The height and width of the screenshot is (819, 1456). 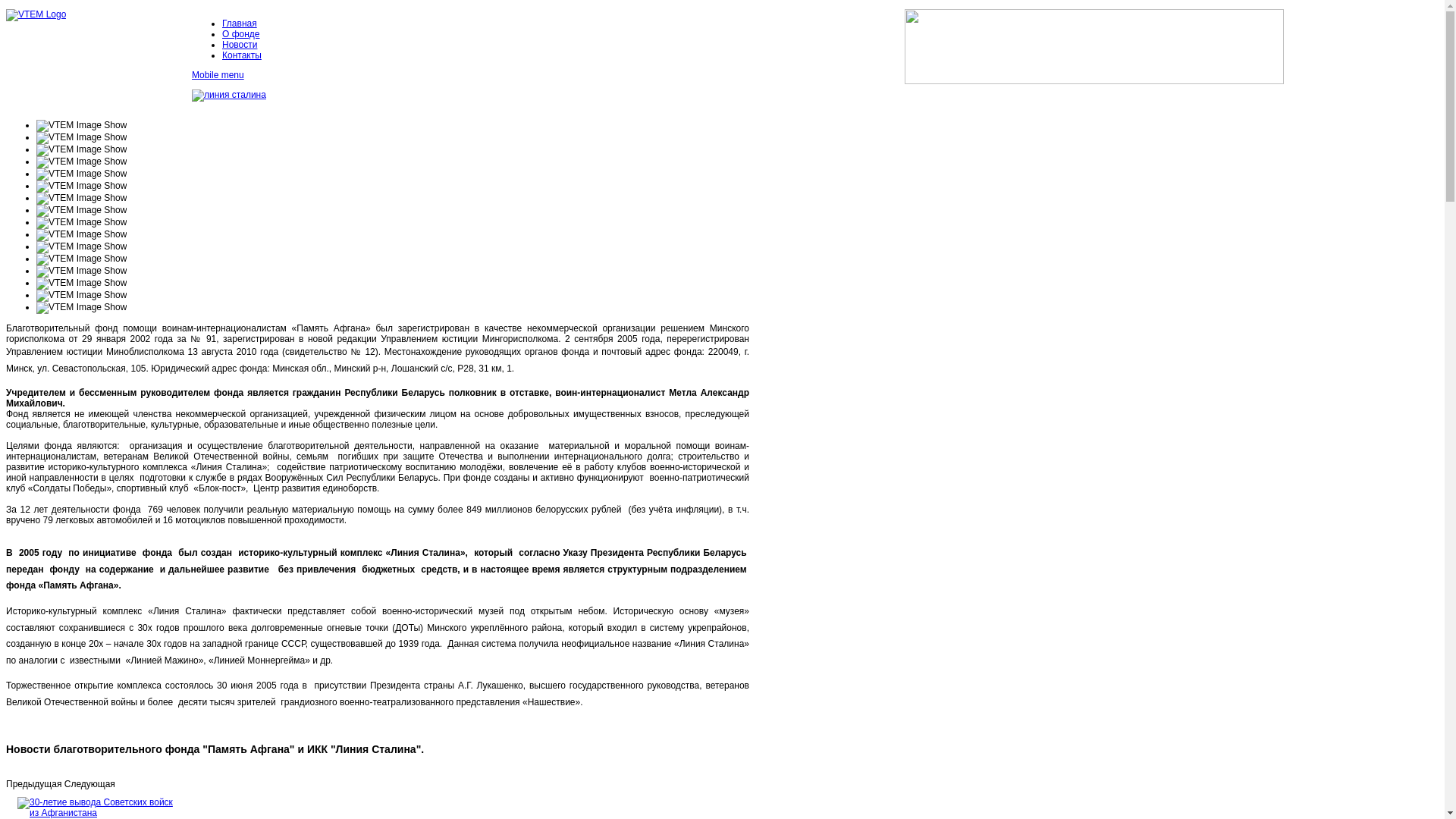 What do you see at coordinates (191, 75) in the screenshot?
I see `'Mobile menu'` at bounding box center [191, 75].